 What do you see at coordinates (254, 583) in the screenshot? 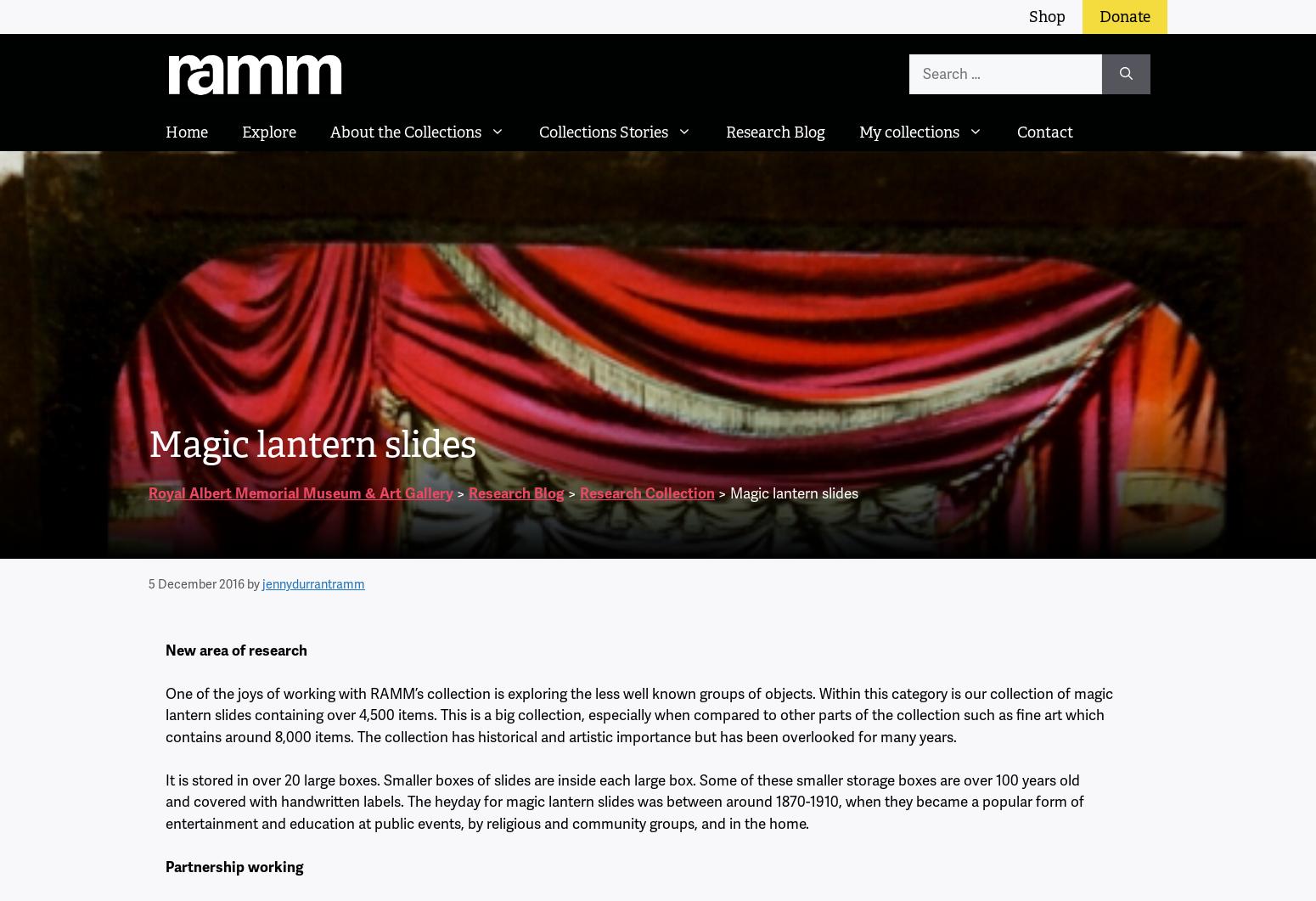
I see `'by'` at bounding box center [254, 583].